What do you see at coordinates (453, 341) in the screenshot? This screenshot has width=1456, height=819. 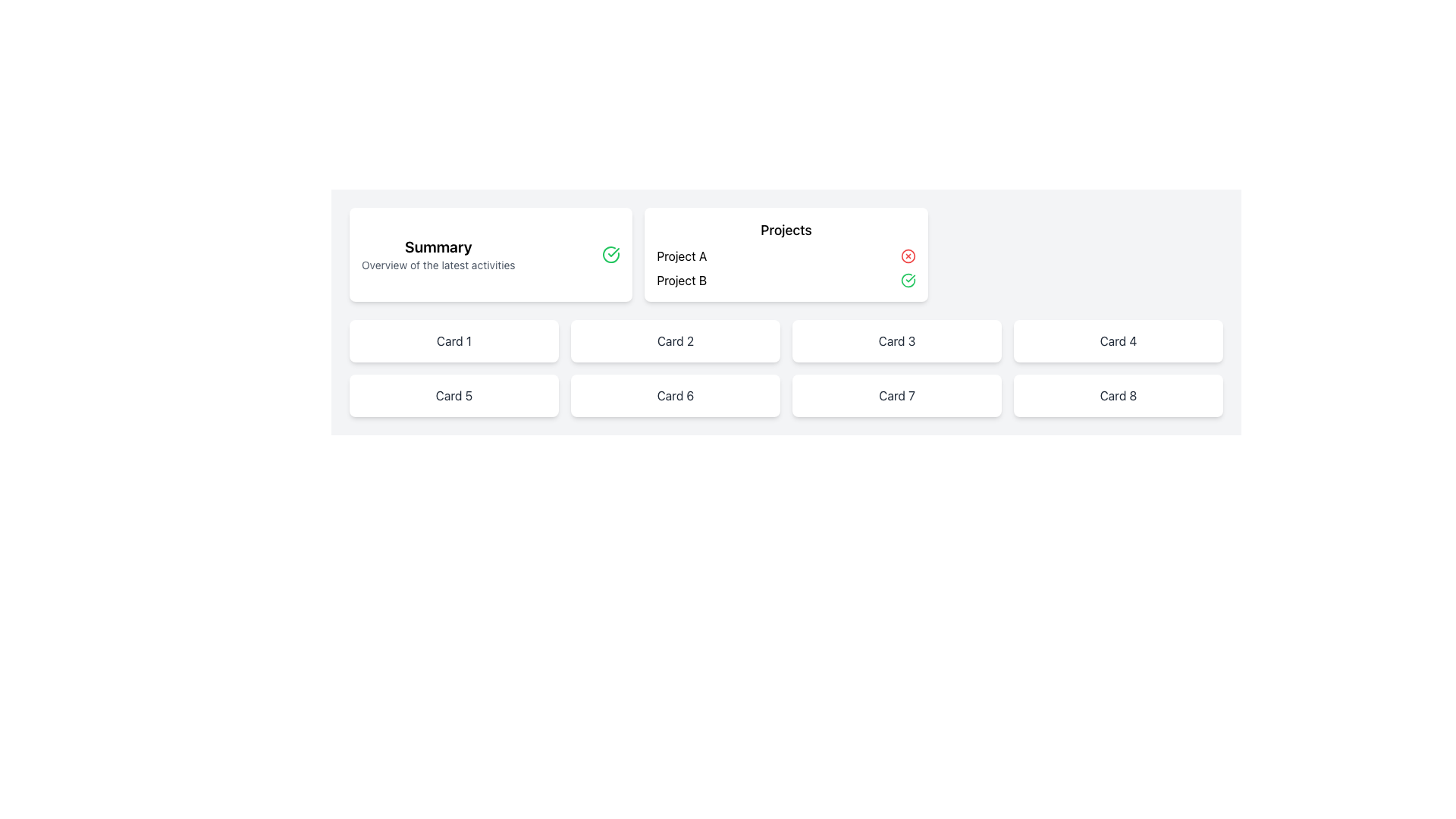 I see `the text label displaying 'Card 1' within the first card in the grid layout, which is located in the top left corner of the second row below the 'Summary' section` at bounding box center [453, 341].